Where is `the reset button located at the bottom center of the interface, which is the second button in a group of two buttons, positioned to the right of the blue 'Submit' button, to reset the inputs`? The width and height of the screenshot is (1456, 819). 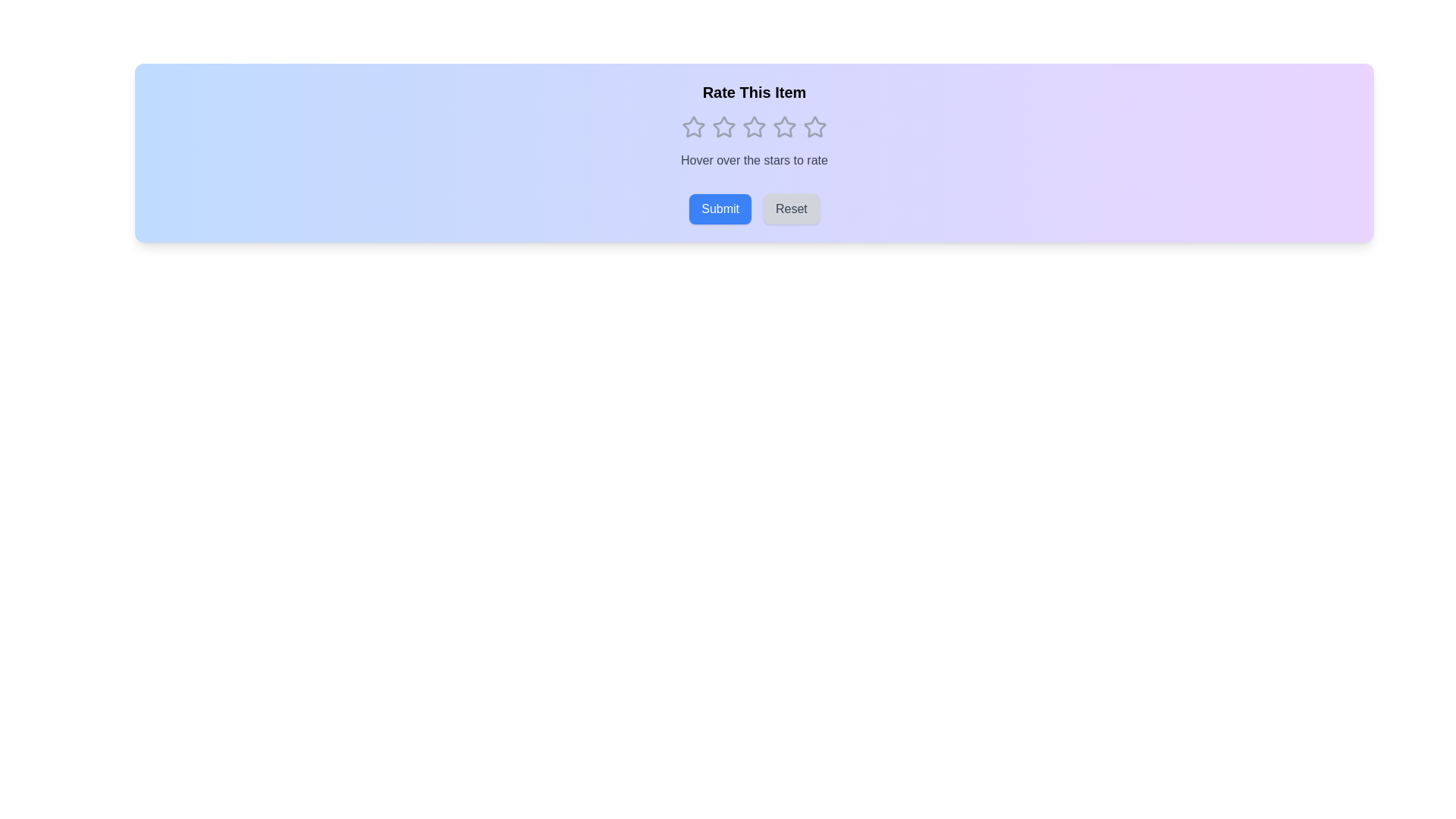 the reset button located at the bottom center of the interface, which is the second button in a group of two buttons, positioned to the right of the blue 'Submit' button, to reset the inputs is located at coordinates (790, 209).